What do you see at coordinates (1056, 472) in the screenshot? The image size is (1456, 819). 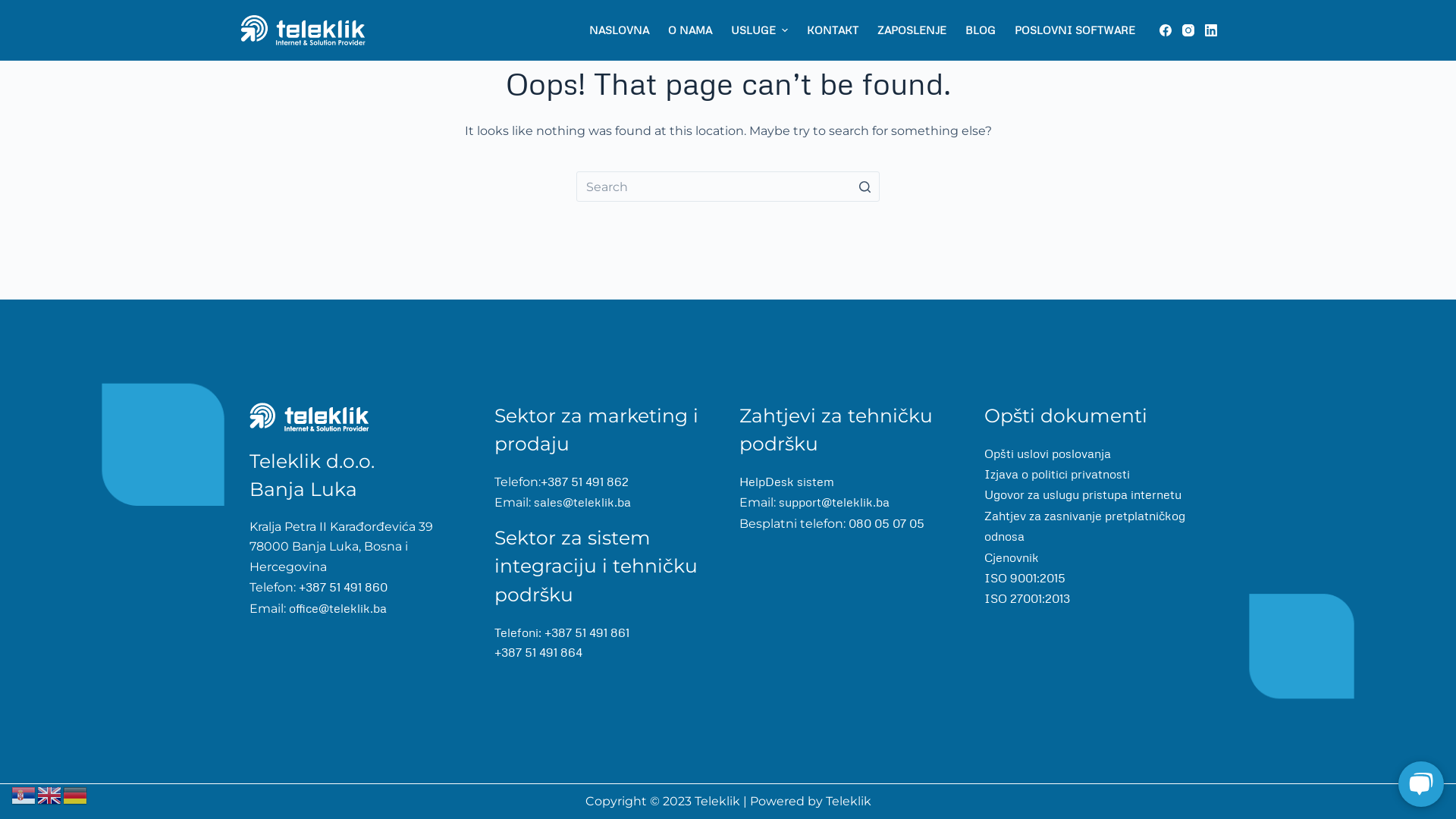 I see `'Izjava o politici privatnosti'` at bounding box center [1056, 472].